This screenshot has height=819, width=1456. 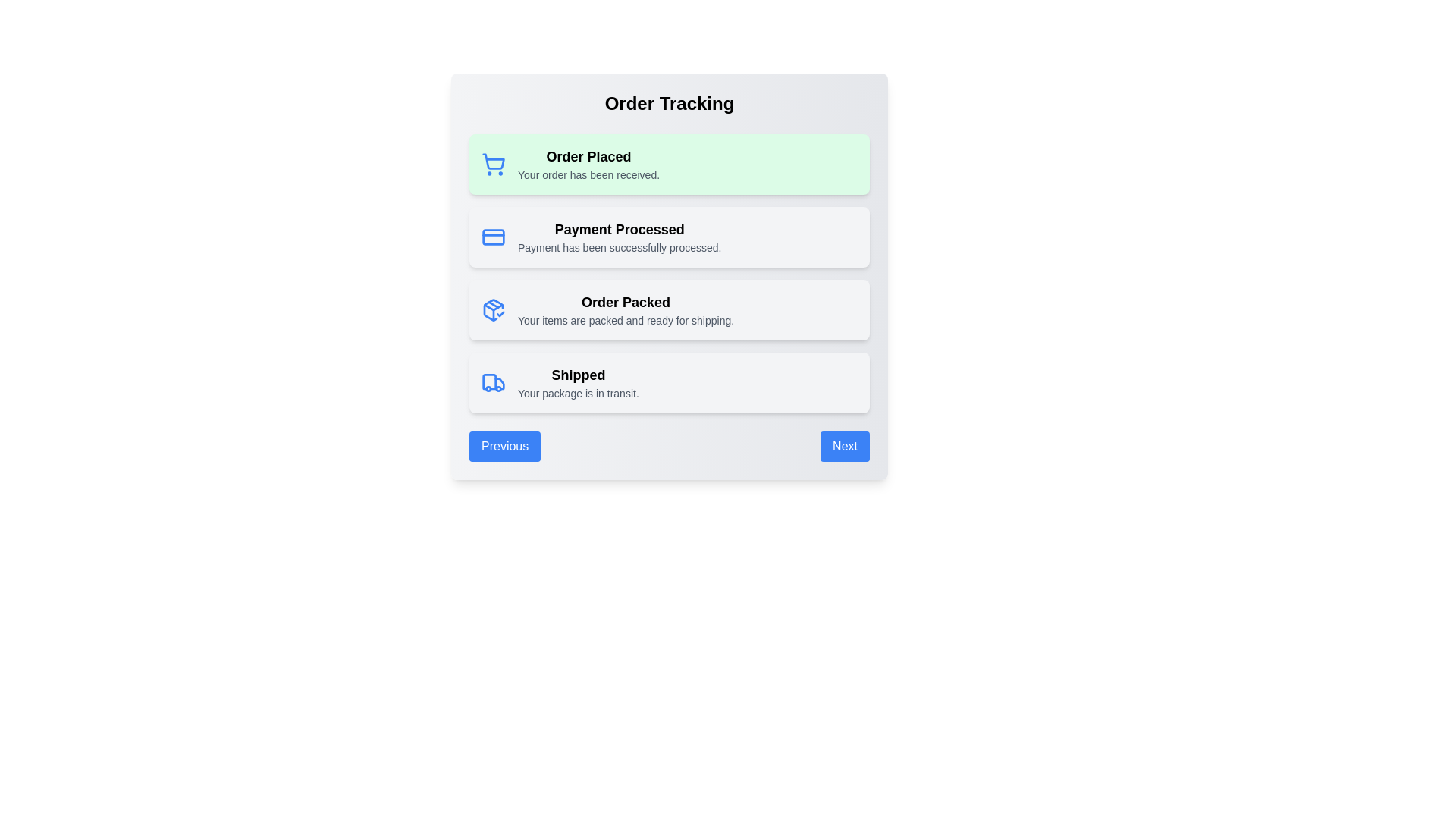 I want to click on the status item labeled 'Order Packed' in the sequential status tracker interface, which features a blue package icon with a check mark and text indicating that items are packed and ready for shipping, so click(x=669, y=309).